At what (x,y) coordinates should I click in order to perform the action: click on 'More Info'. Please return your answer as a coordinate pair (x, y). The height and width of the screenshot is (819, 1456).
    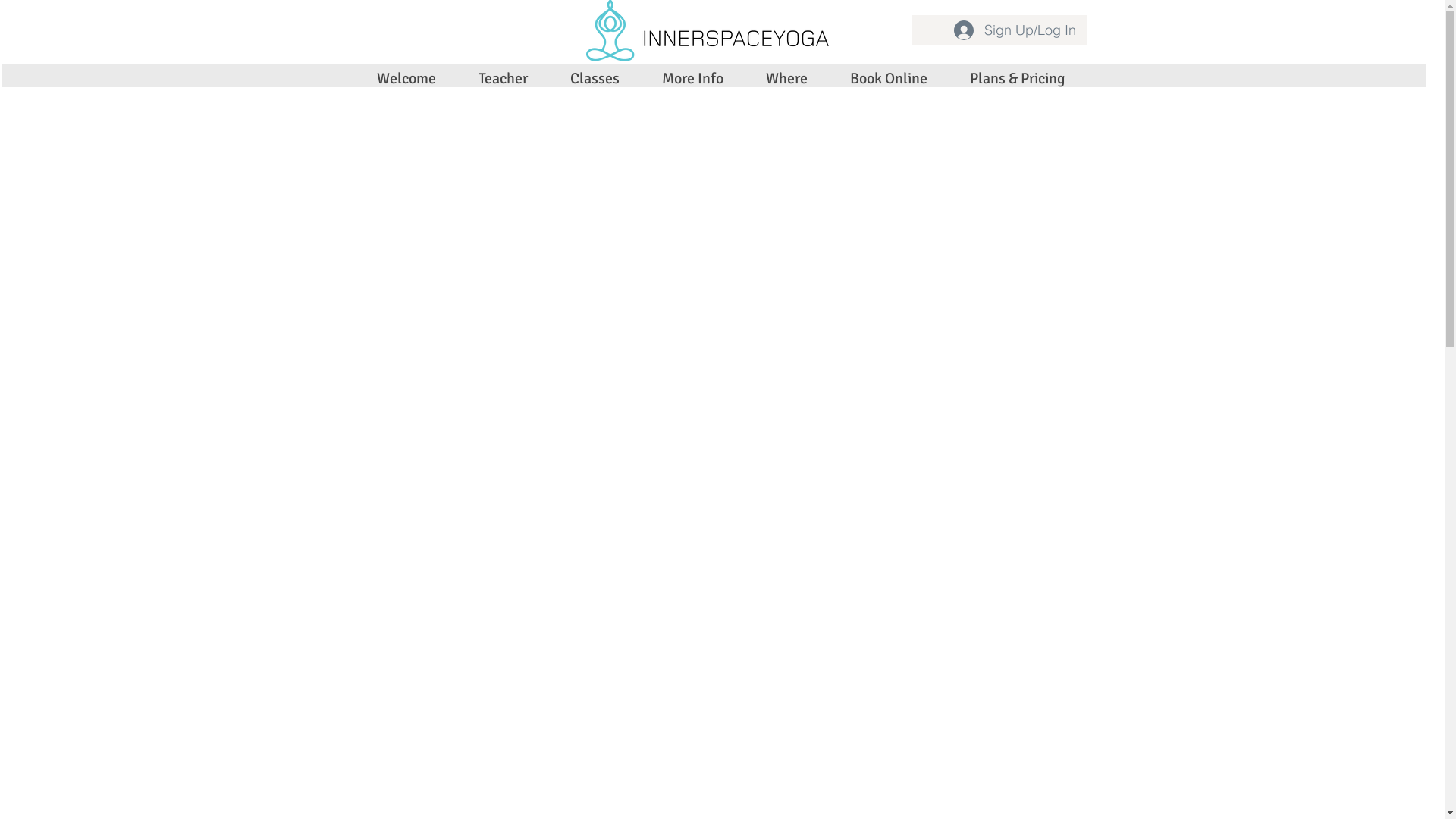
    Looking at the image, I should click on (691, 79).